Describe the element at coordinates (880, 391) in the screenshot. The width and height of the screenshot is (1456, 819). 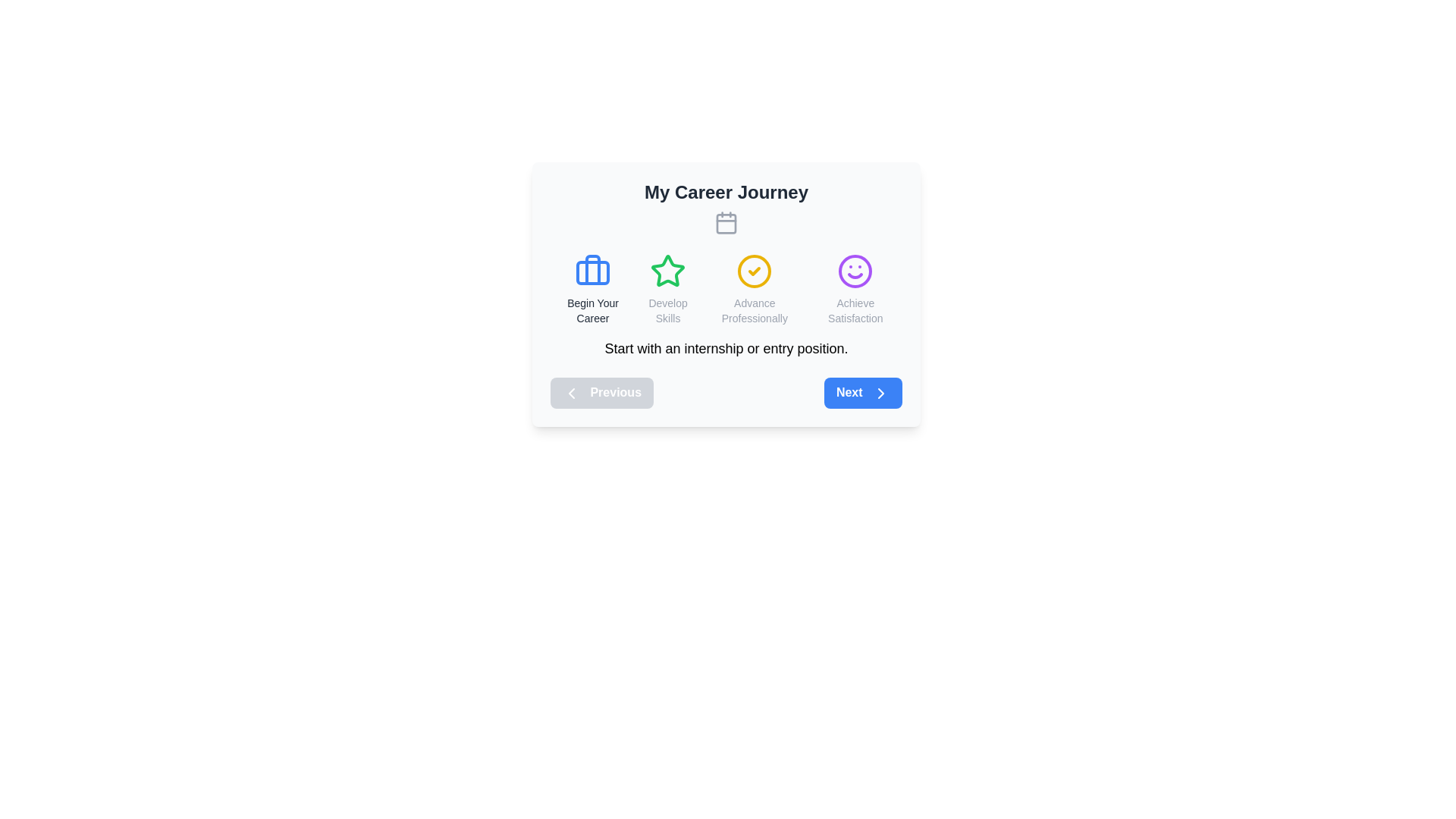
I see `the 'Next' button` at that location.